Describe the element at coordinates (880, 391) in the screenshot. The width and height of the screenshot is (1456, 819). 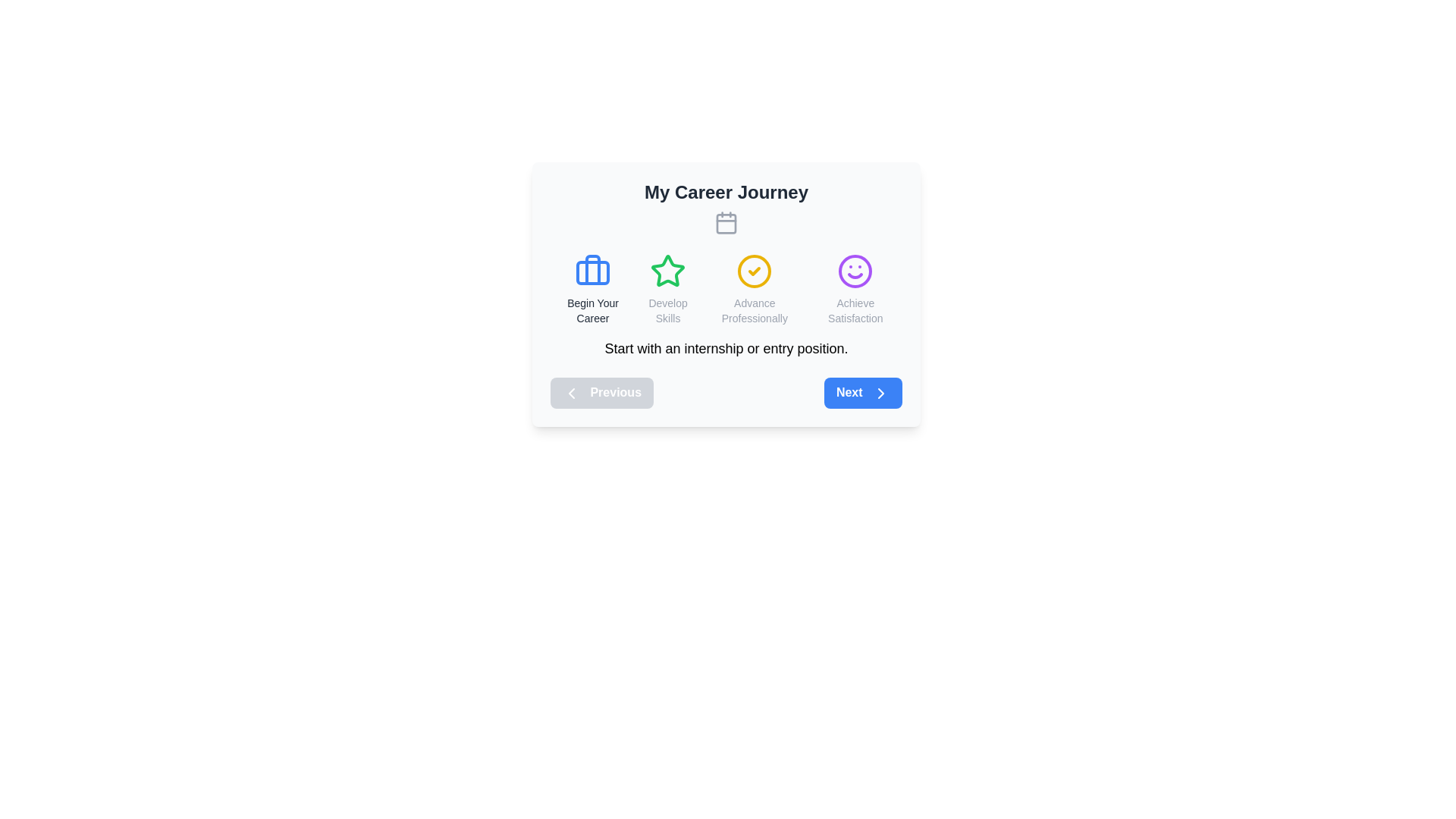
I see `the 'Next' button` at that location.